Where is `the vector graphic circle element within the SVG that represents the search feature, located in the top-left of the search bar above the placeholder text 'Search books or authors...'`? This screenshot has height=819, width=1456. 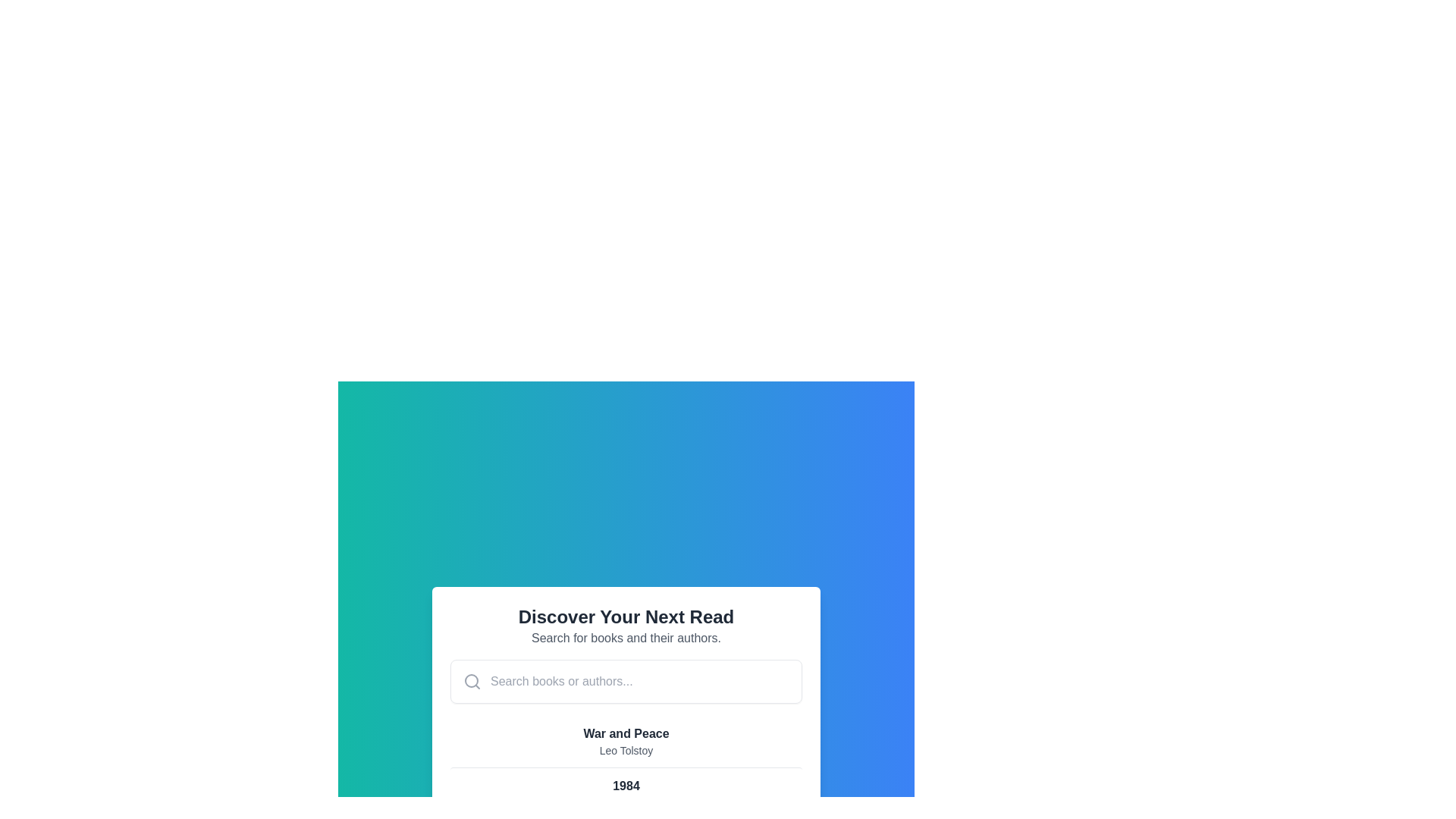 the vector graphic circle element within the SVG that represents the search feature, located in the top-left of the search bar above the placeholder text 'Search books or authors...' is located at coordinates (471, 680).